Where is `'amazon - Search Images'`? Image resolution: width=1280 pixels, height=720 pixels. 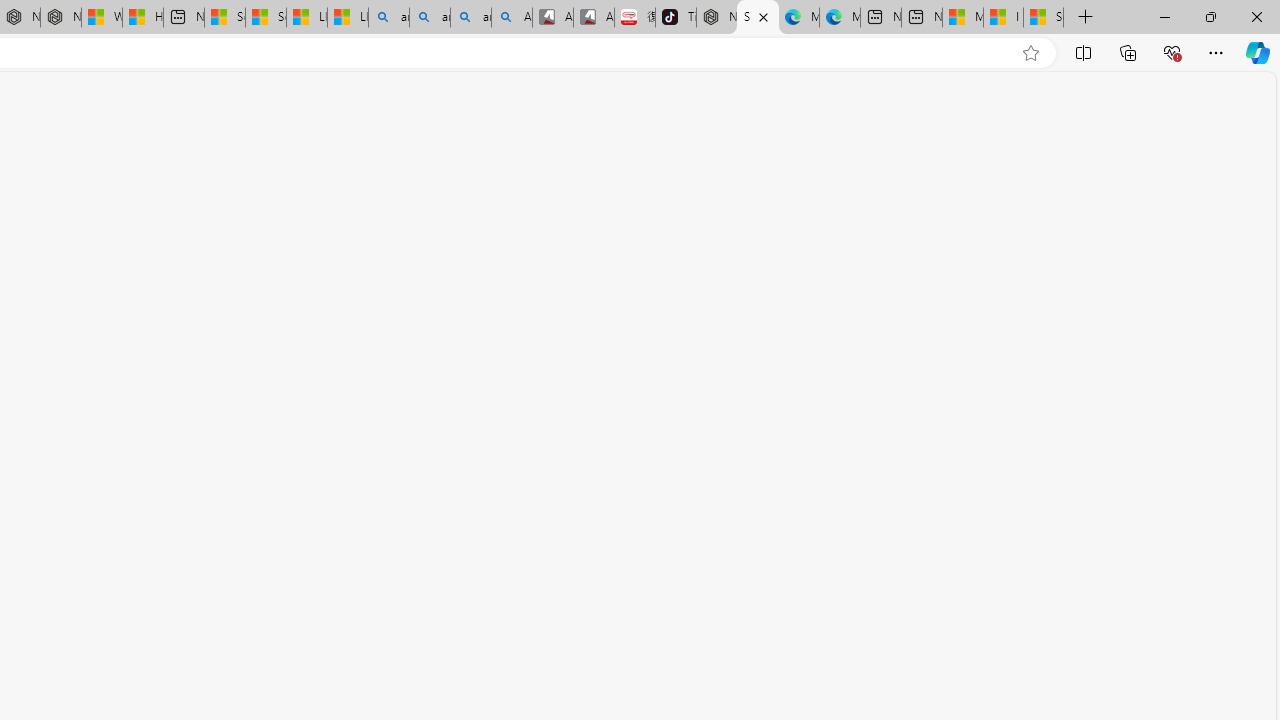
'amazon - Search Images' is located at coordinates (470, 17).